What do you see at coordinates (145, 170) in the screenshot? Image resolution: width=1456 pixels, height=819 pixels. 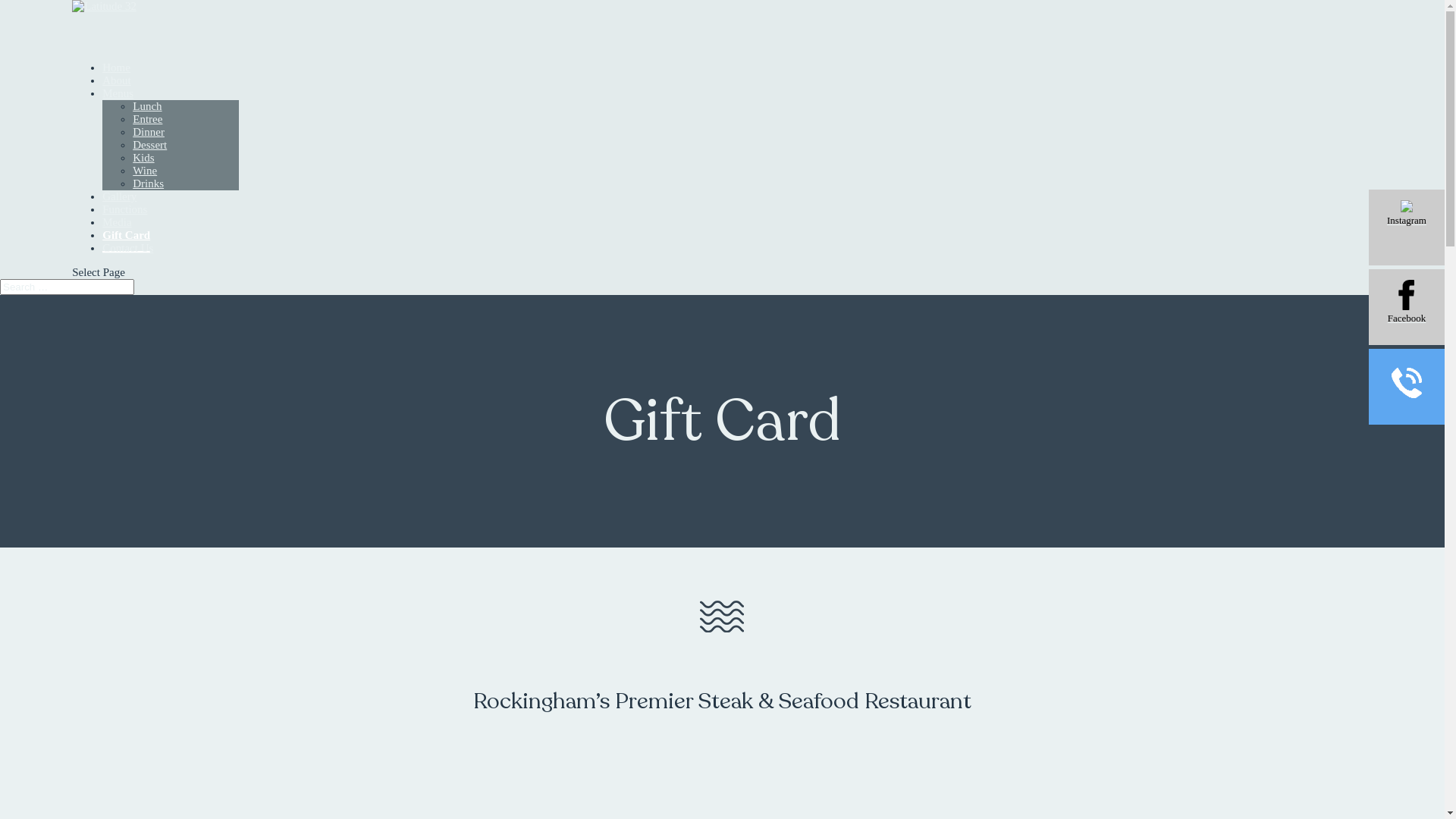 I see `'Wine'` at bounding box center [145, 170].